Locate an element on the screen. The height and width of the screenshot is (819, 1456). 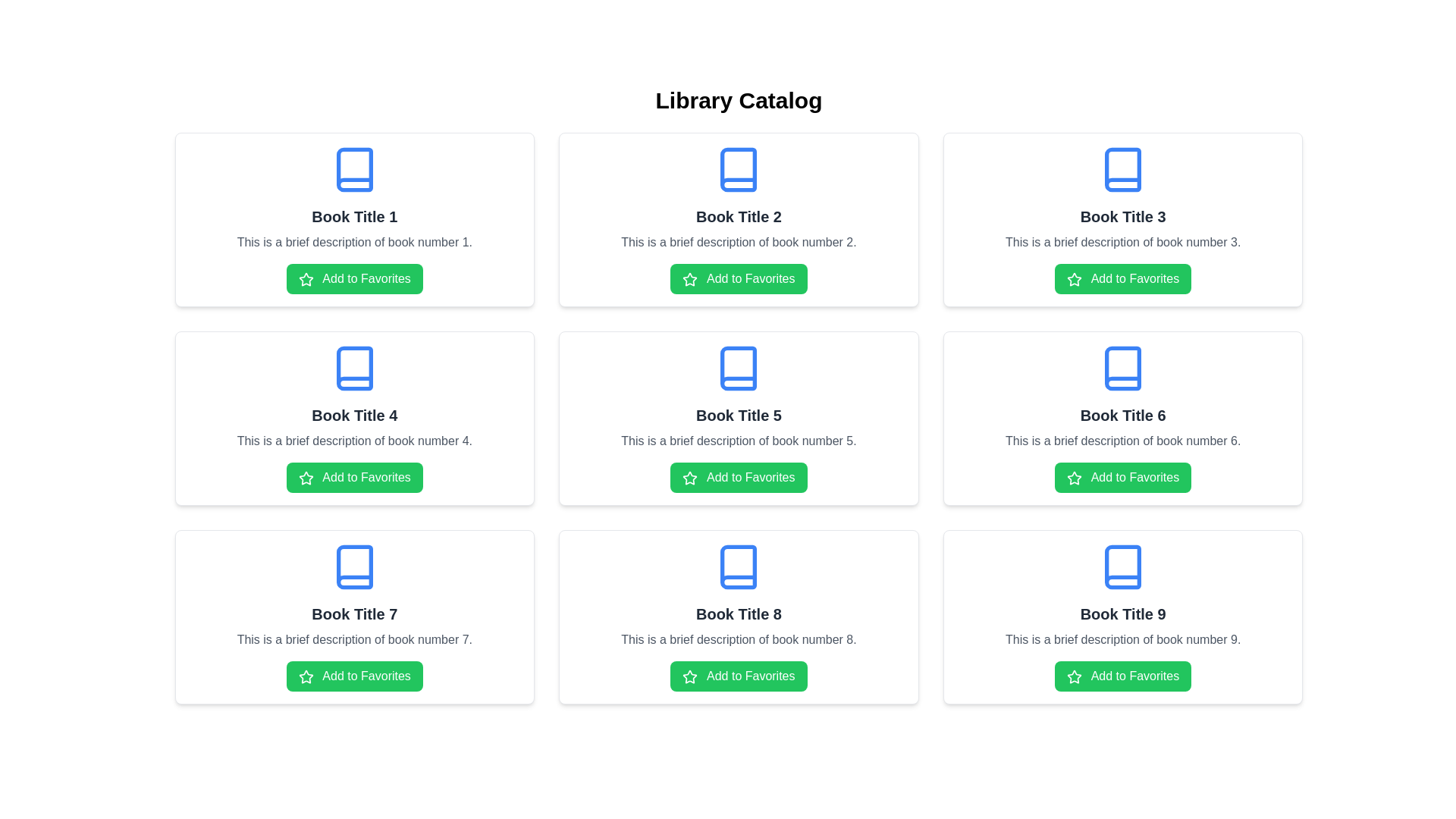
the green 'Add to Favorites' button with a star icon located at the bottom-right corner of the item card for 'Book Title 8' to change its appearance is located at coordinates (739, 675).